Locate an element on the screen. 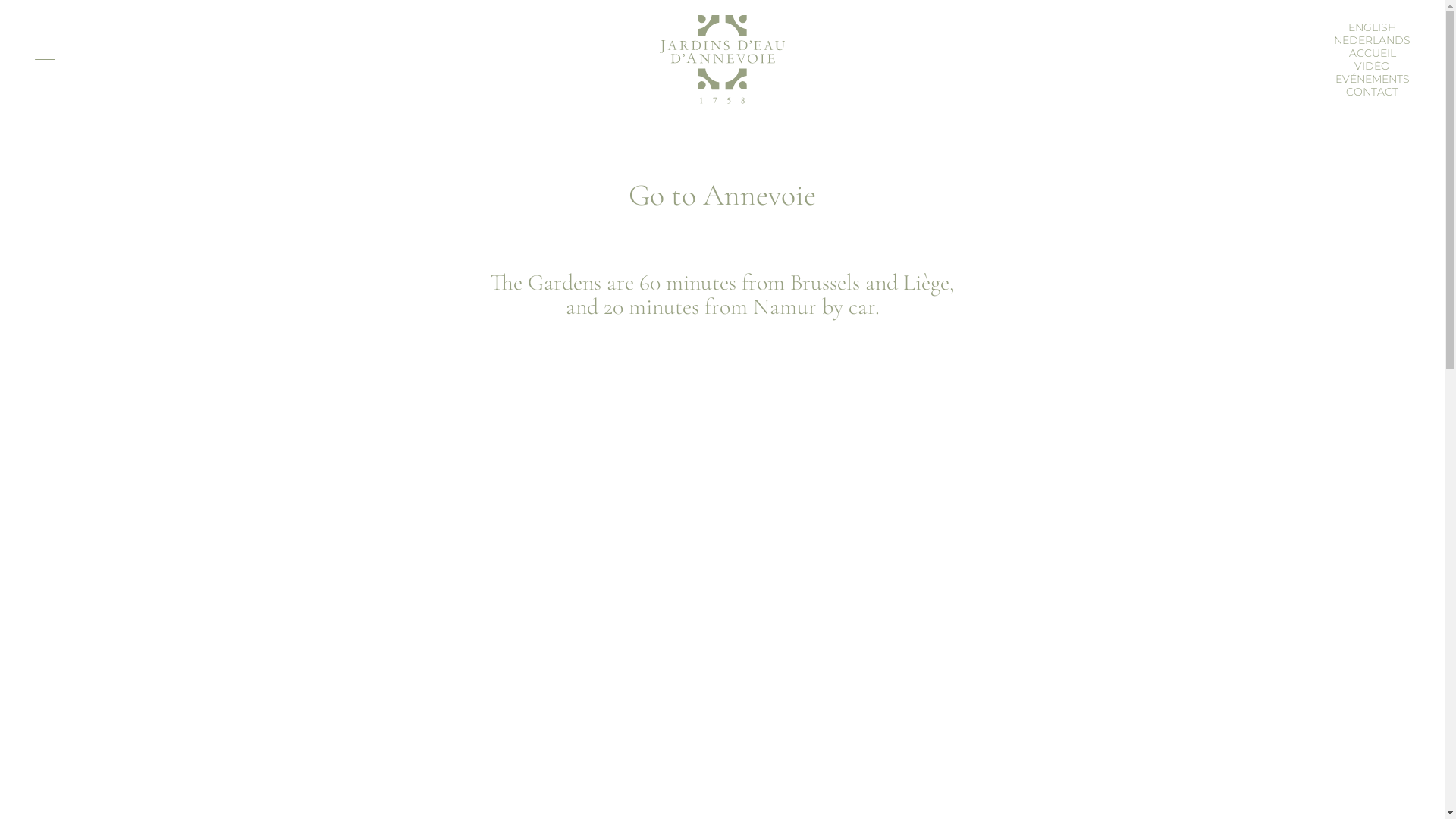 The width and height of the screenshot is (1456, 819). 'ACCUEIL' is located at coordinates (1372, 52).